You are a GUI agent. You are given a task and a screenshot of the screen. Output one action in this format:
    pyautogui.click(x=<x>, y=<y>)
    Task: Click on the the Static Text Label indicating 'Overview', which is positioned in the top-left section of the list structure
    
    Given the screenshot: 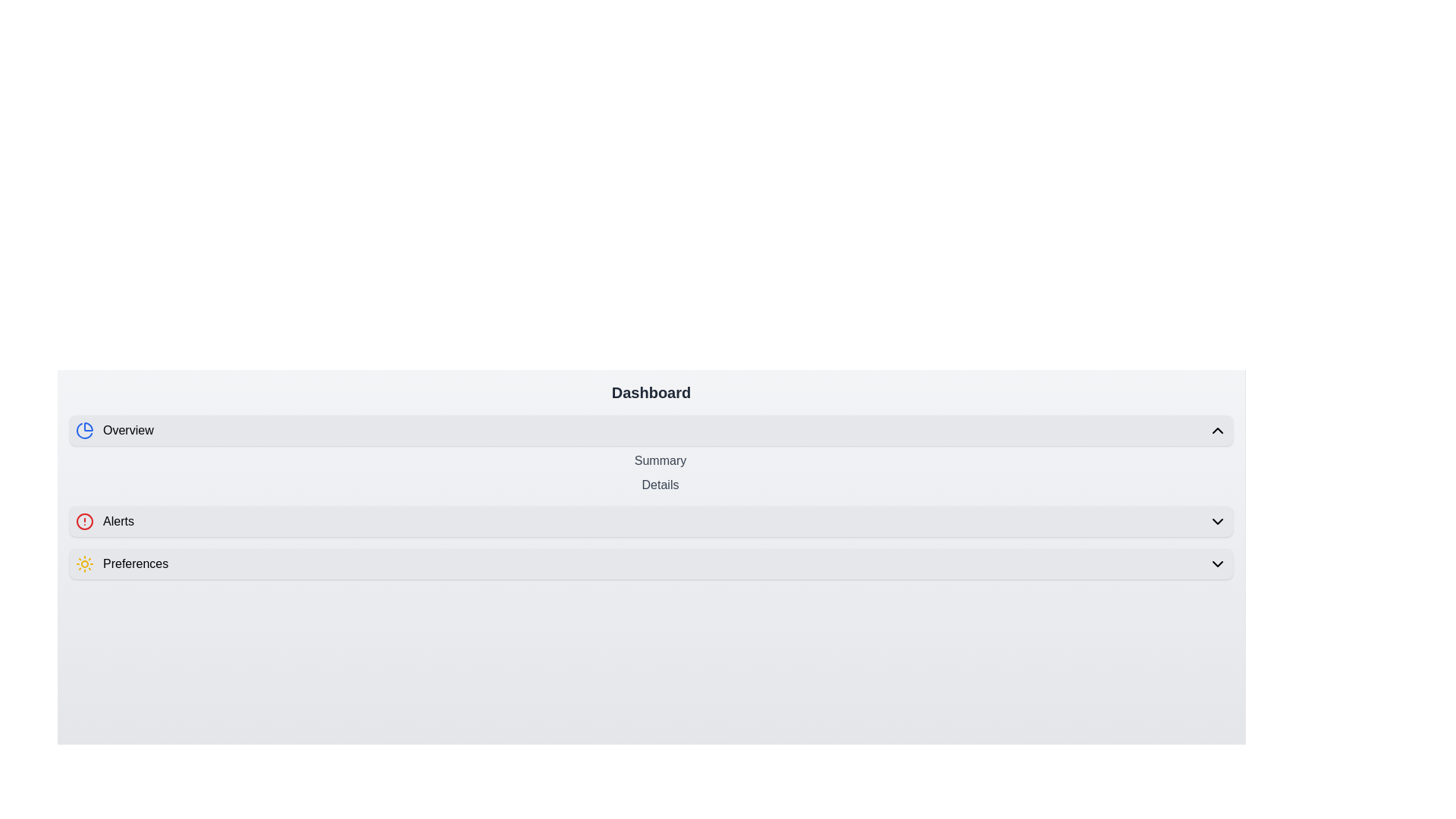 What is the action you would take?
    pyautogui.click(x=128, y=430)
    